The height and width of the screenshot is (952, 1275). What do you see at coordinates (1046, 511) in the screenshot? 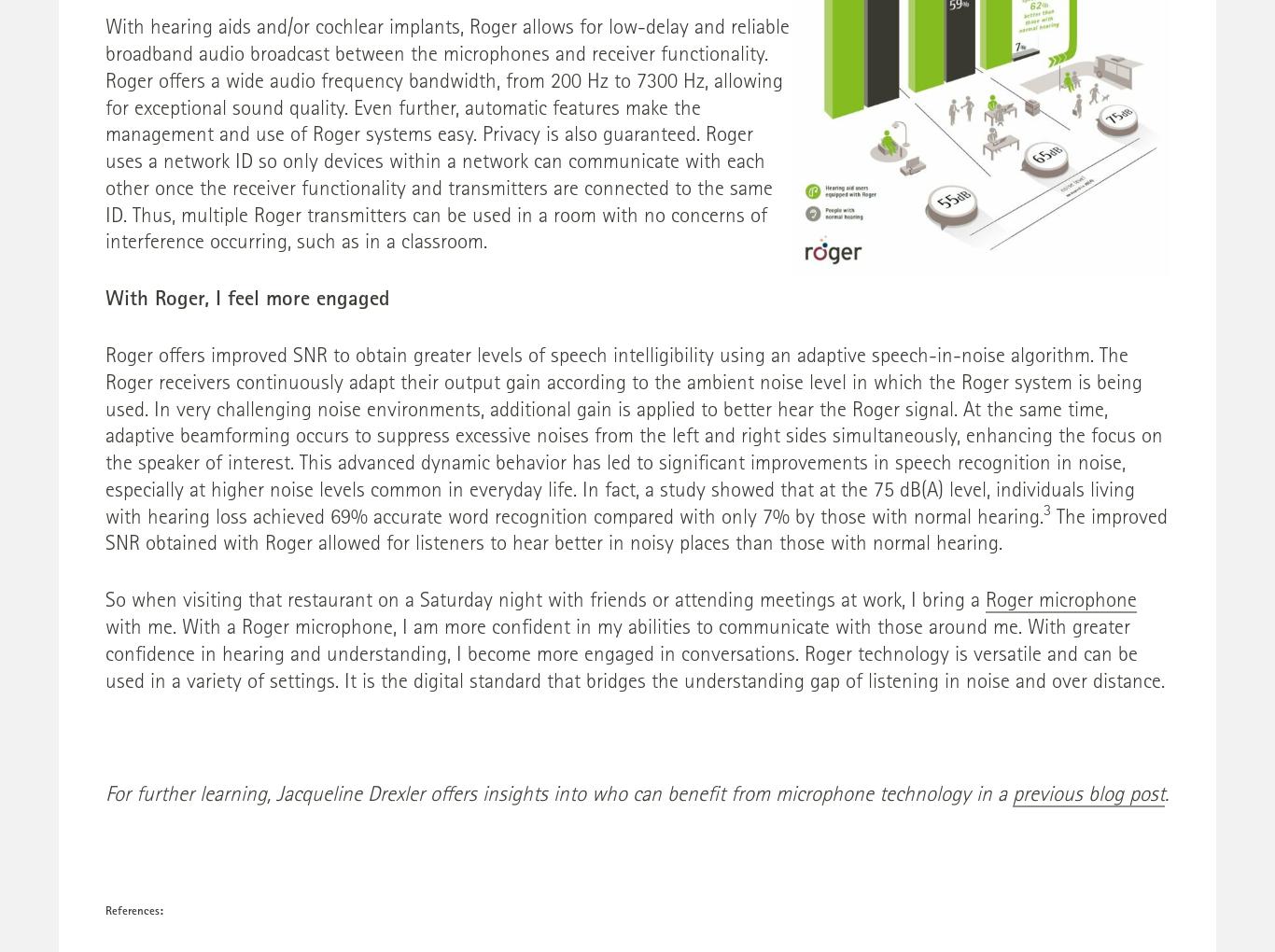
I see `'3'` at bounding box center [1046, 511].